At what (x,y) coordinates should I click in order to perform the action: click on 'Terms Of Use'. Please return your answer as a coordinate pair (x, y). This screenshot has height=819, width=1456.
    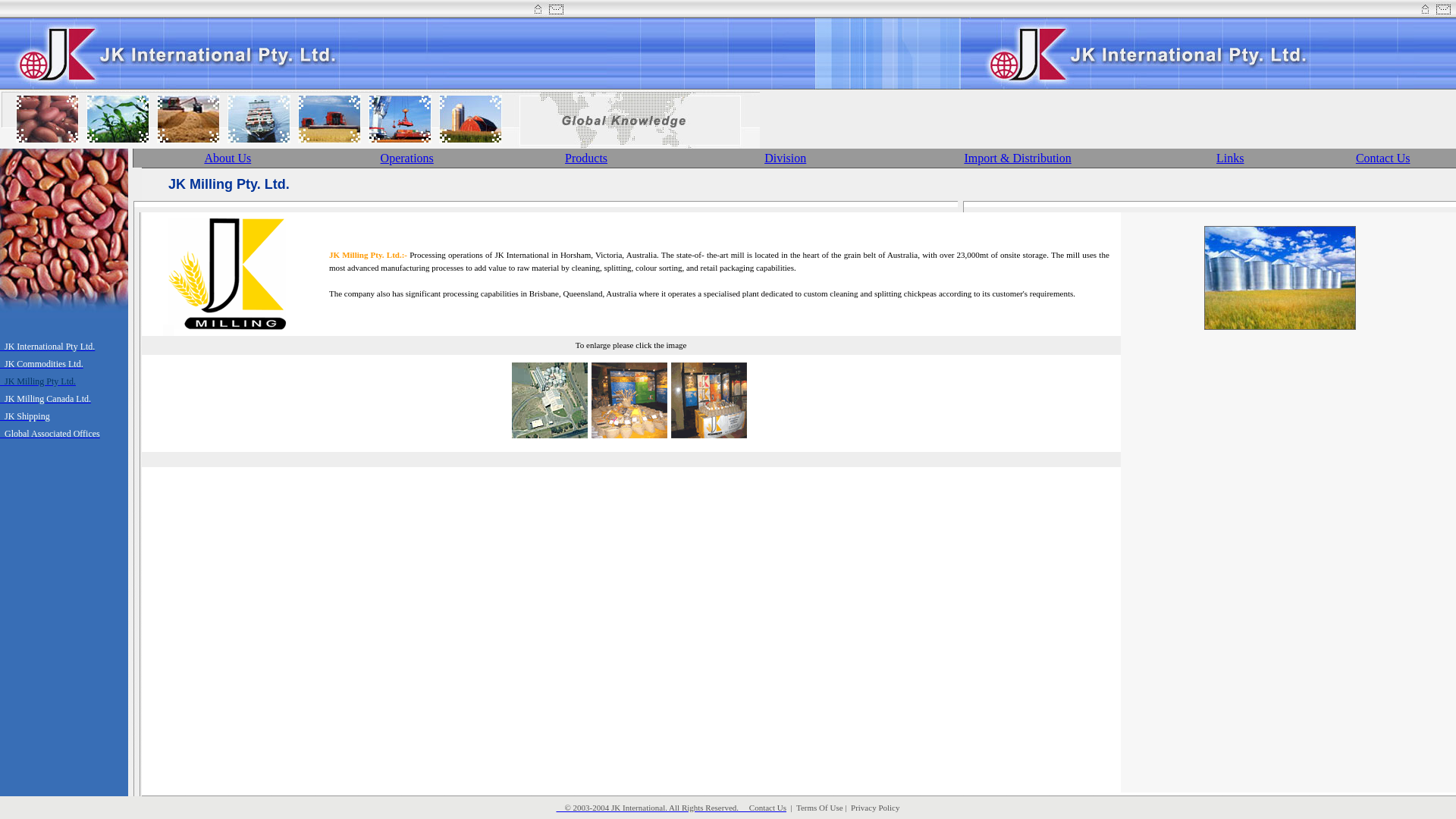
    Looking at the image, I should click on (818, 806).